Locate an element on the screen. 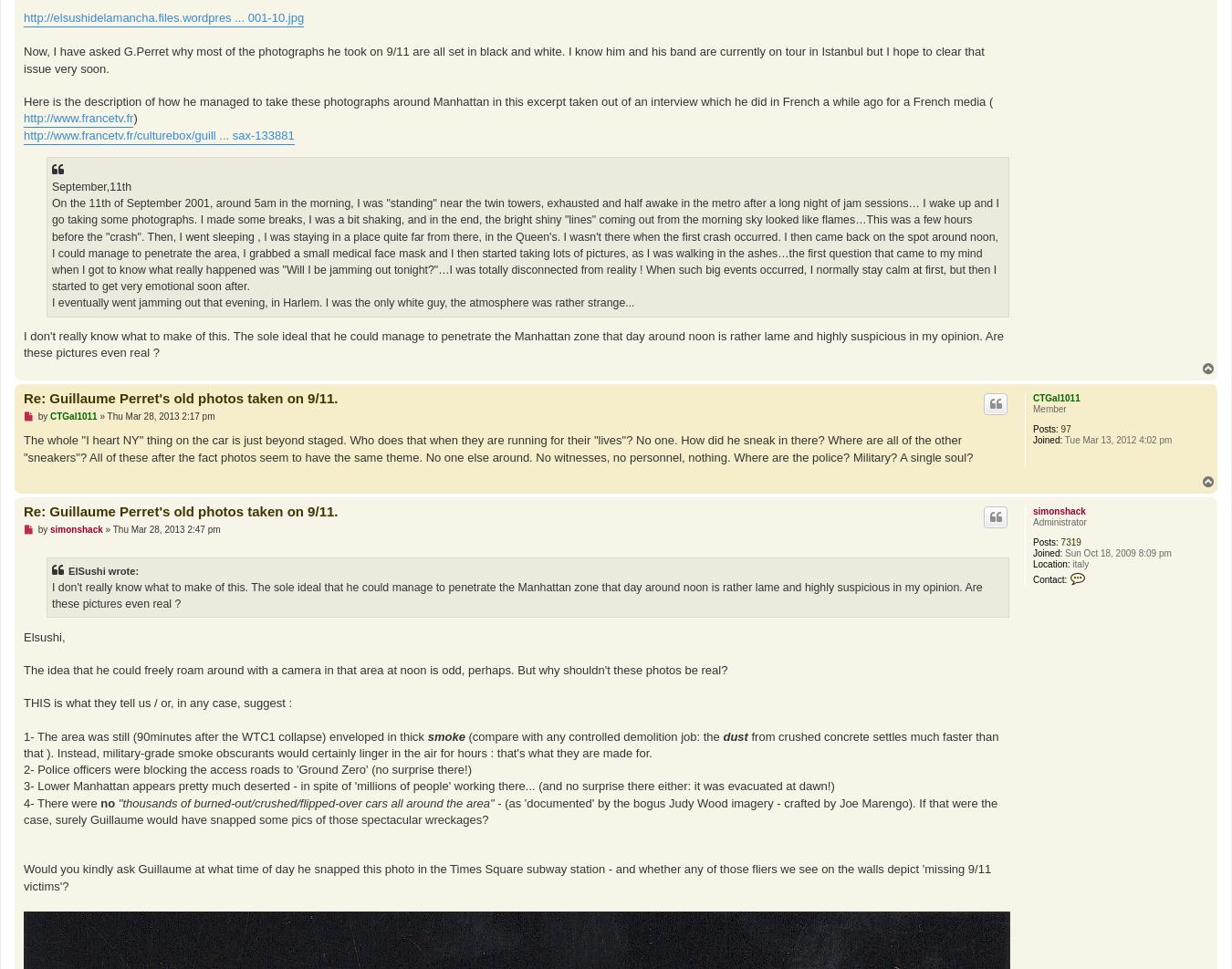 The image size is (1232, 969). 'http://www.francetv.fr/culturebox/guill ... sax-133881' is located at coordinates (159, 135).